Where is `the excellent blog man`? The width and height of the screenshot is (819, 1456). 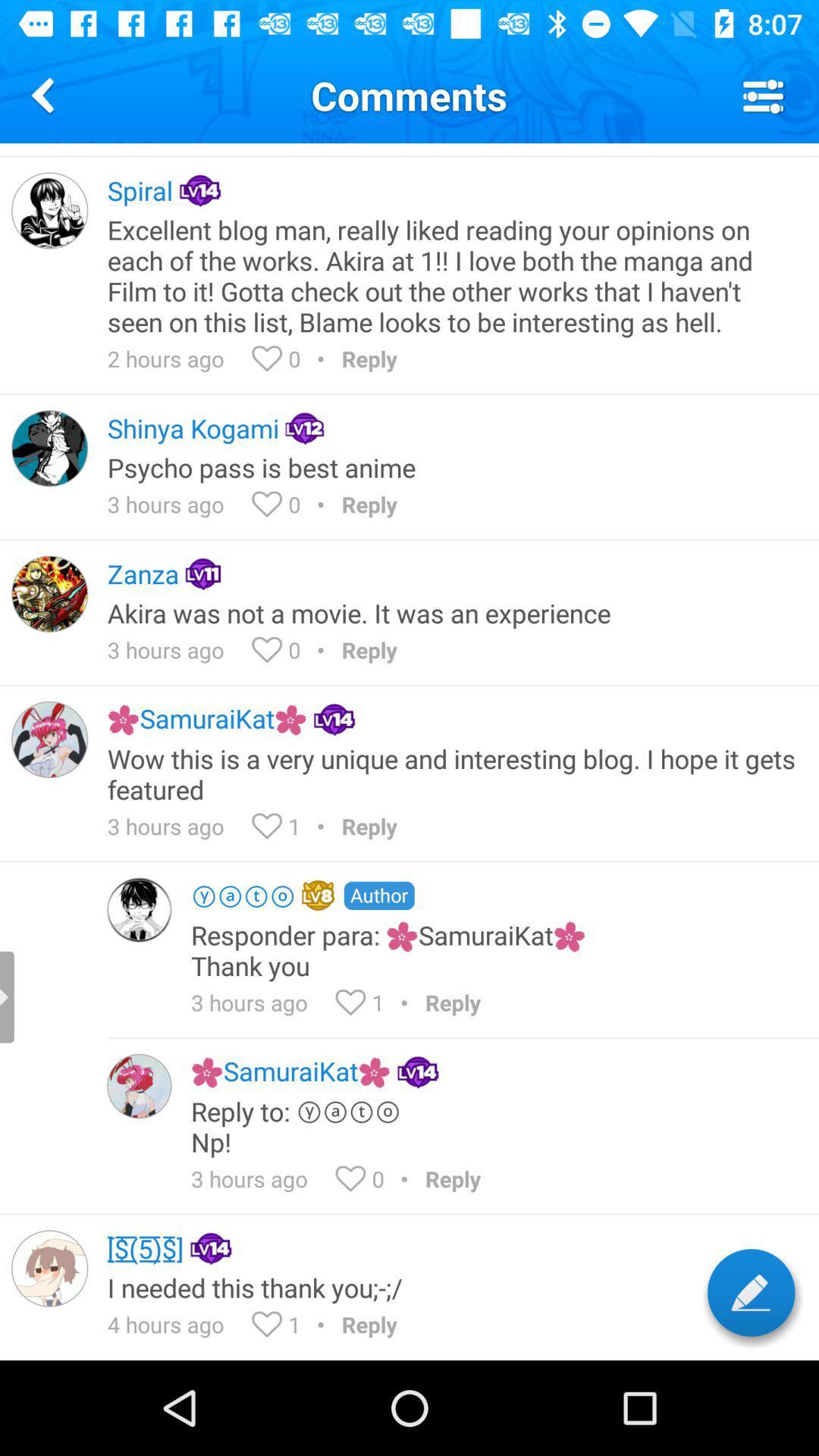 the excellent blog man is located at coordinates (452, 275).